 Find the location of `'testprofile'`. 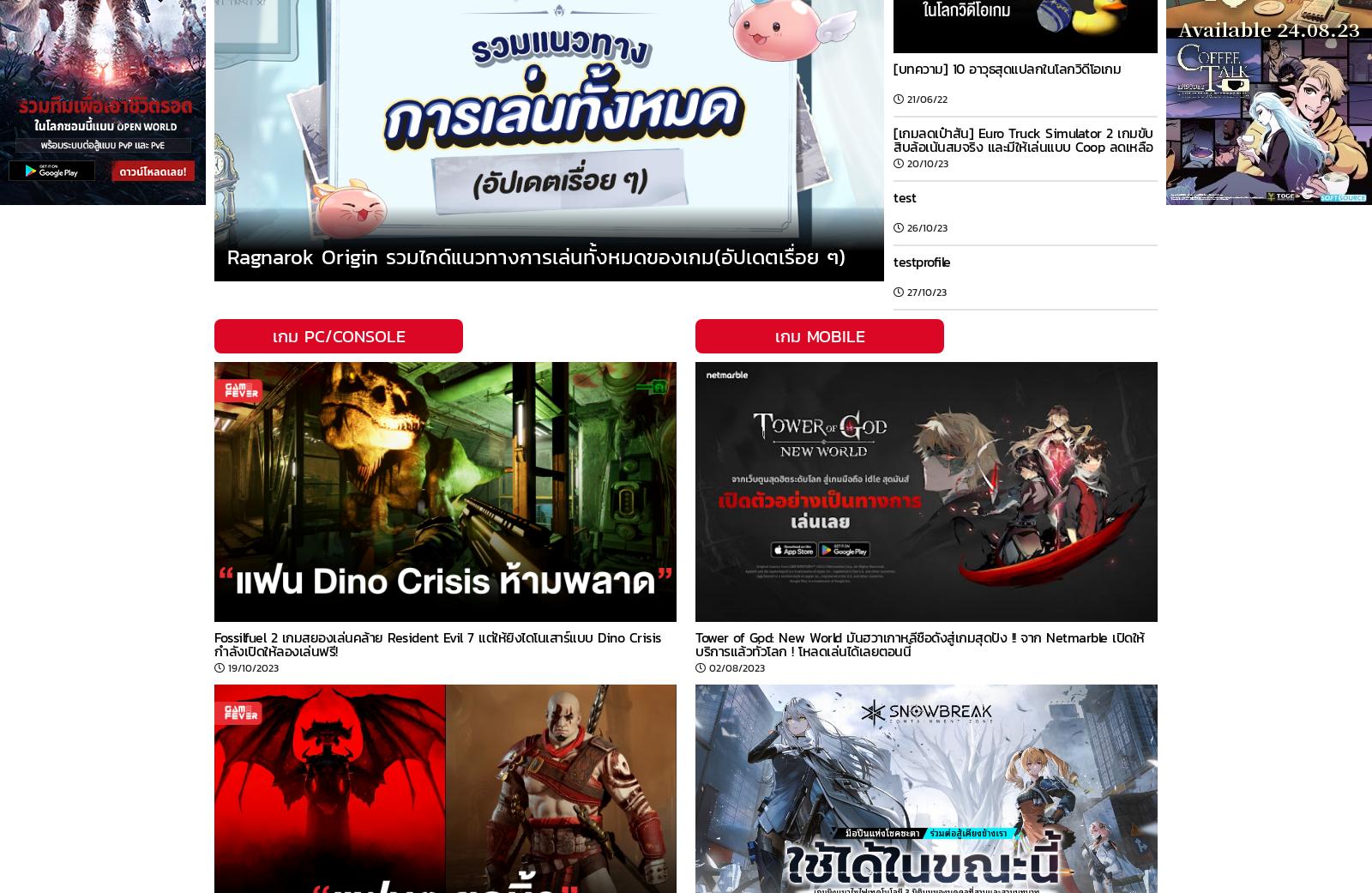

'testprofile' is located at coordinates (893, 261).